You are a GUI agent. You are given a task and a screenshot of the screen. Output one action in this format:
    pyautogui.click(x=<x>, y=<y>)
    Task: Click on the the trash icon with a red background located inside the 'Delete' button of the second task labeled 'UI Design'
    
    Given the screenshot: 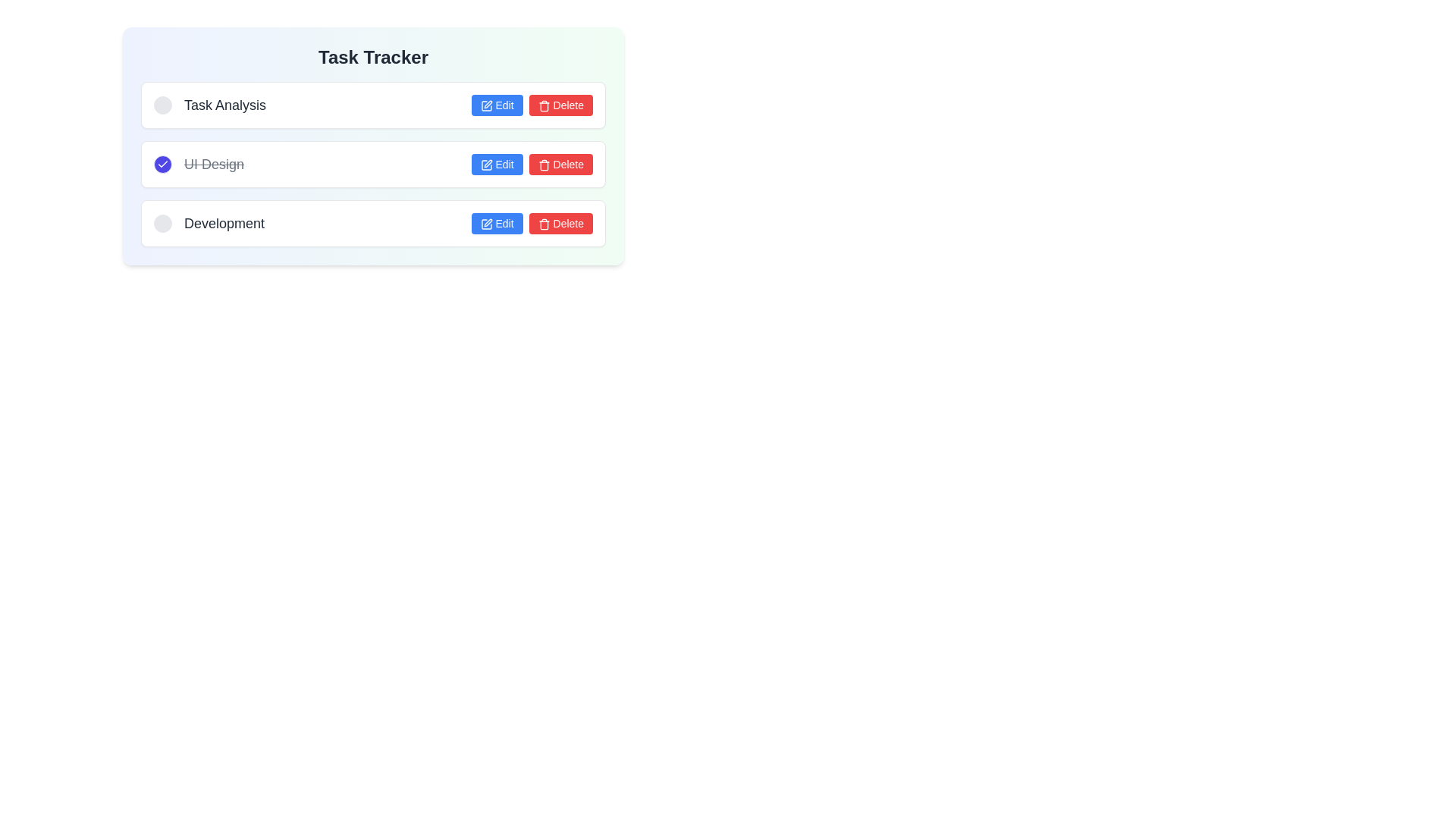 What is the action you would take?
    pyautogui.click(x=544, y=224)
    